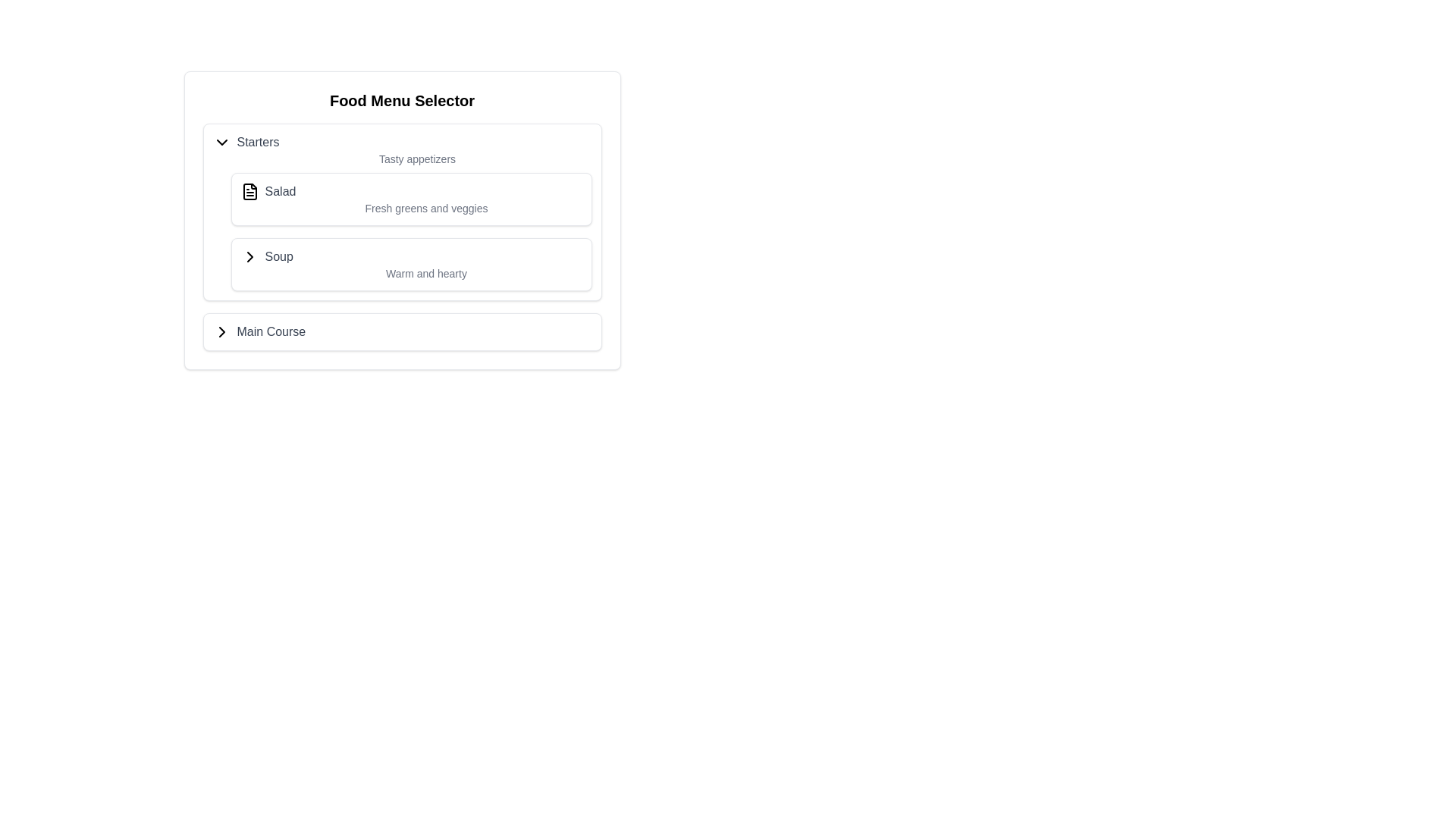 This screenshot has width=1456, height=819. Describe the element at coordinates (249, 191) in the screenshot. I see `the 'Salad' icon in the 'Starters' section of the 'Food Menu Selector'` at that location.